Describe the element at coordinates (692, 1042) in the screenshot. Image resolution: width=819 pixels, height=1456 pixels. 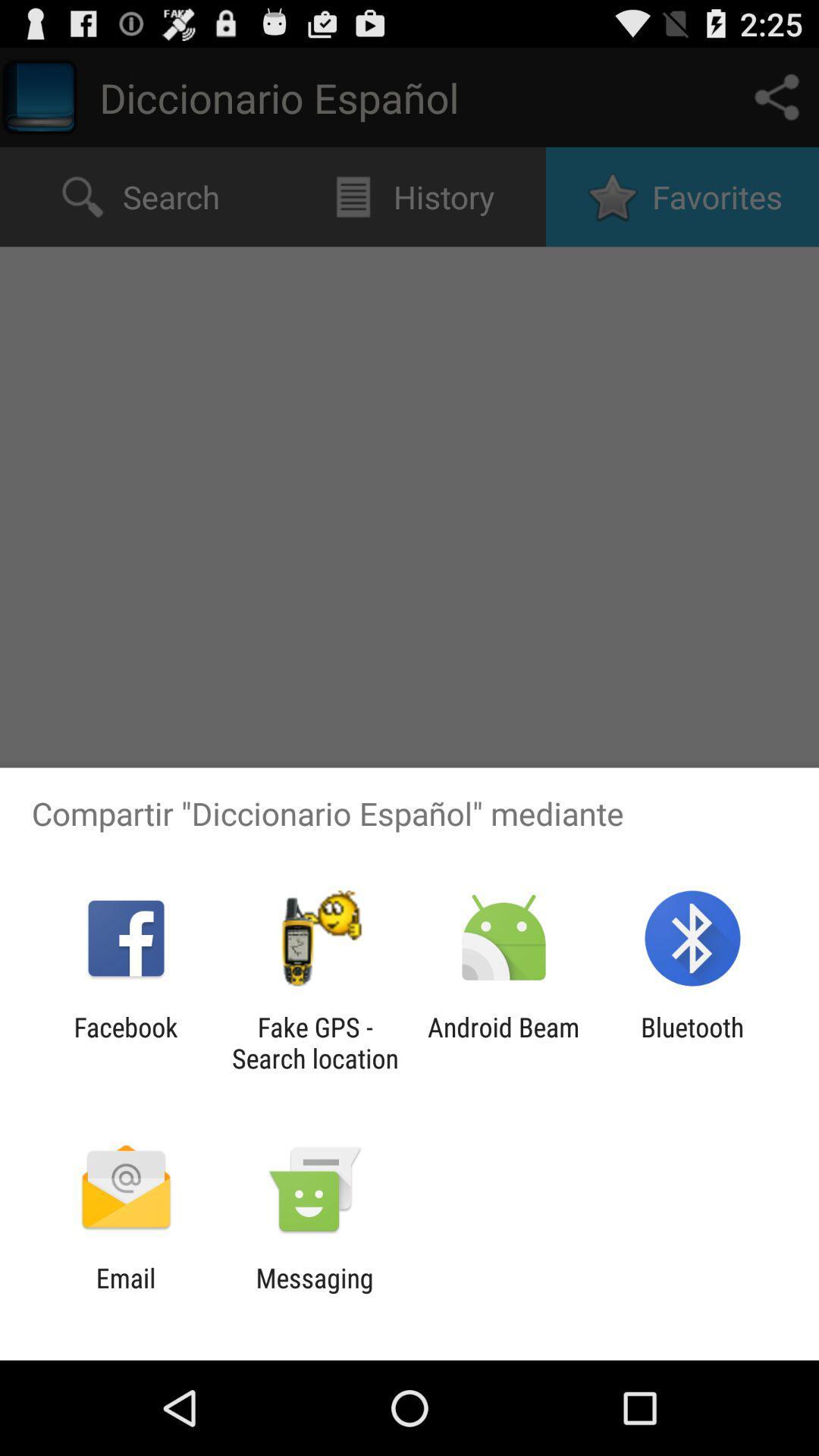
I see `the app at the bottom right corner` at that location.